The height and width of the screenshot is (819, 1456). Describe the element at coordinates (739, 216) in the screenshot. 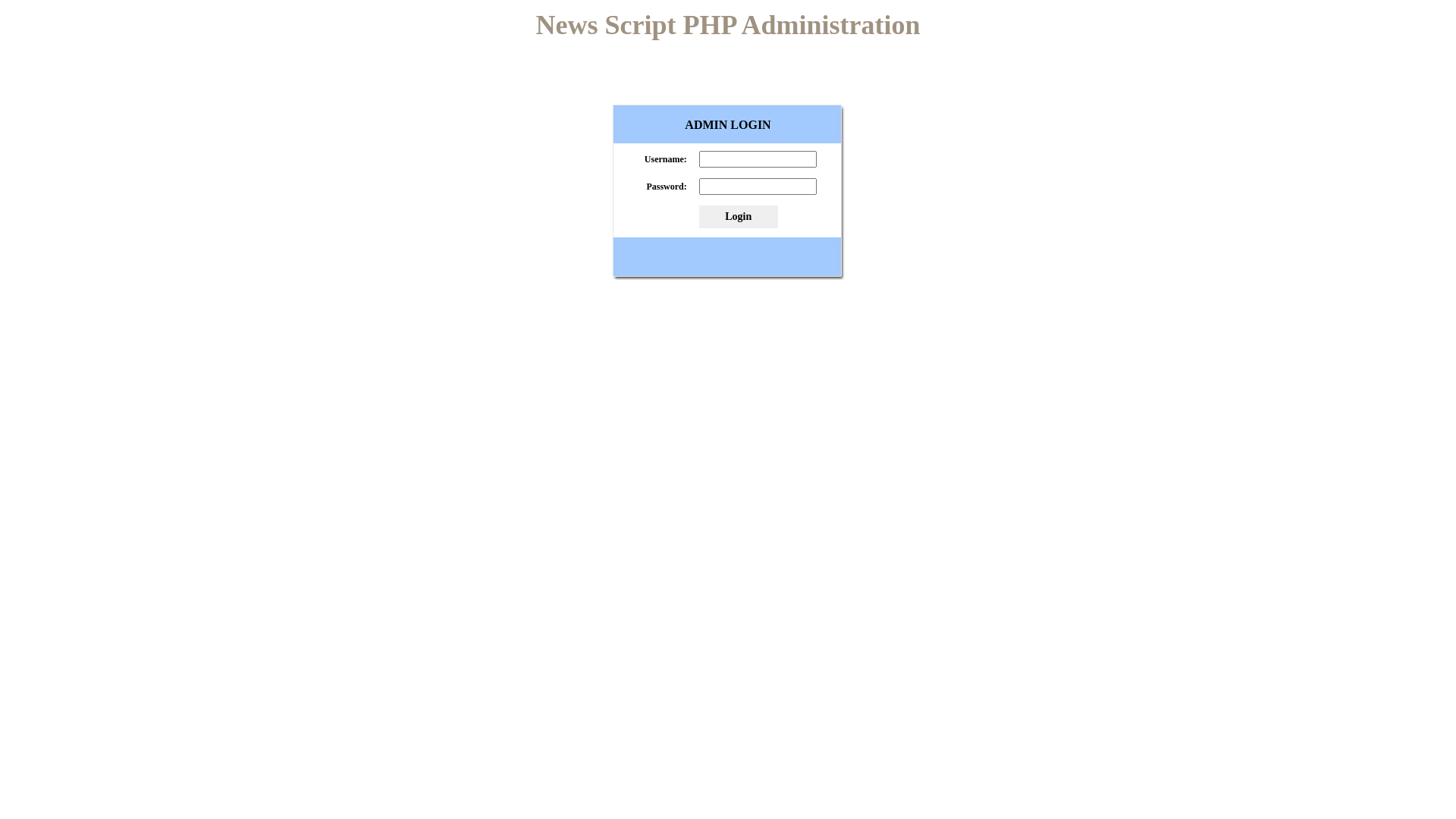

I see `'Login'` at that location.